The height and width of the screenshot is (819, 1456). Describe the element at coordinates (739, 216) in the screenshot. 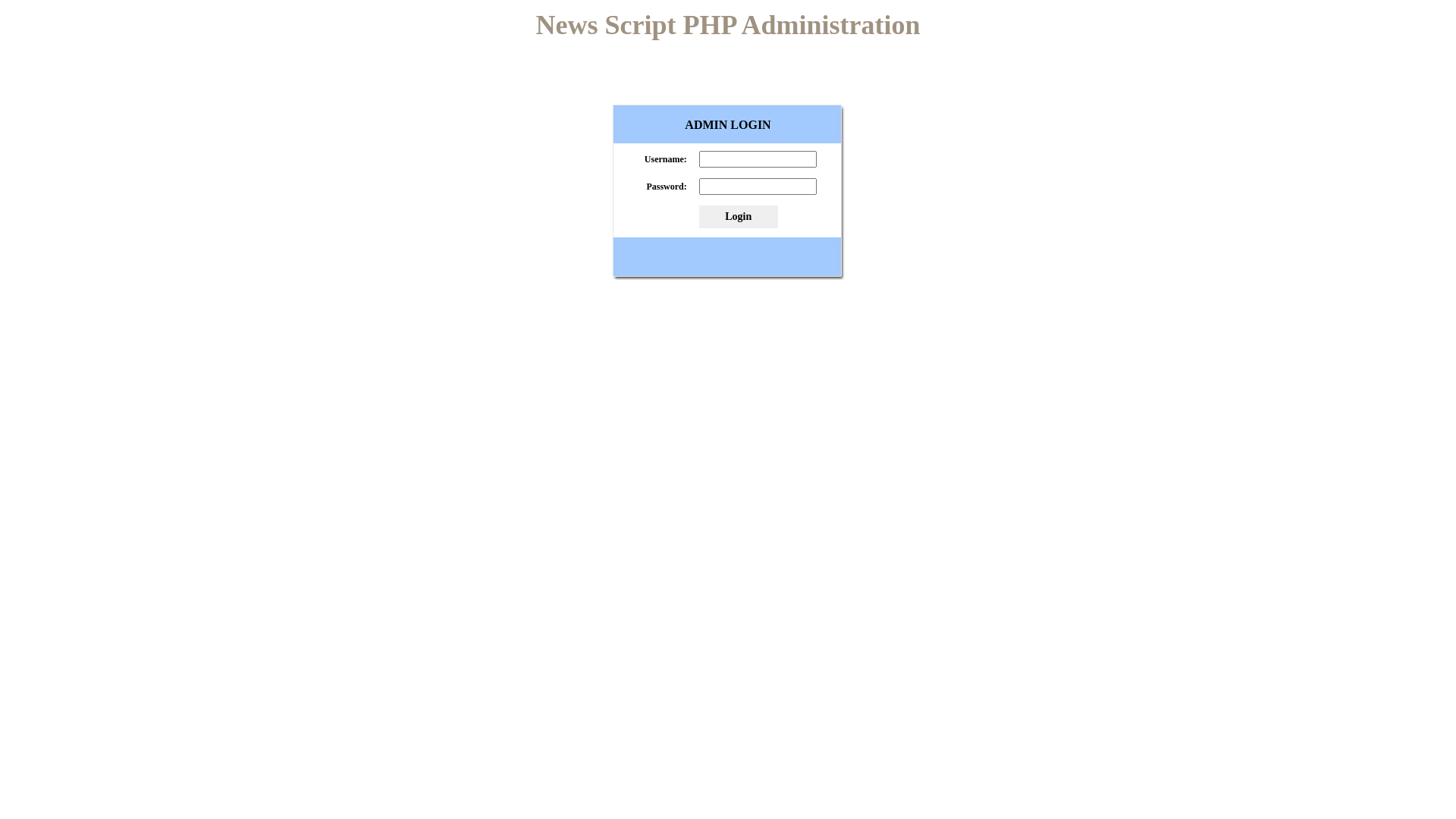

I see `'Login'` at that location.